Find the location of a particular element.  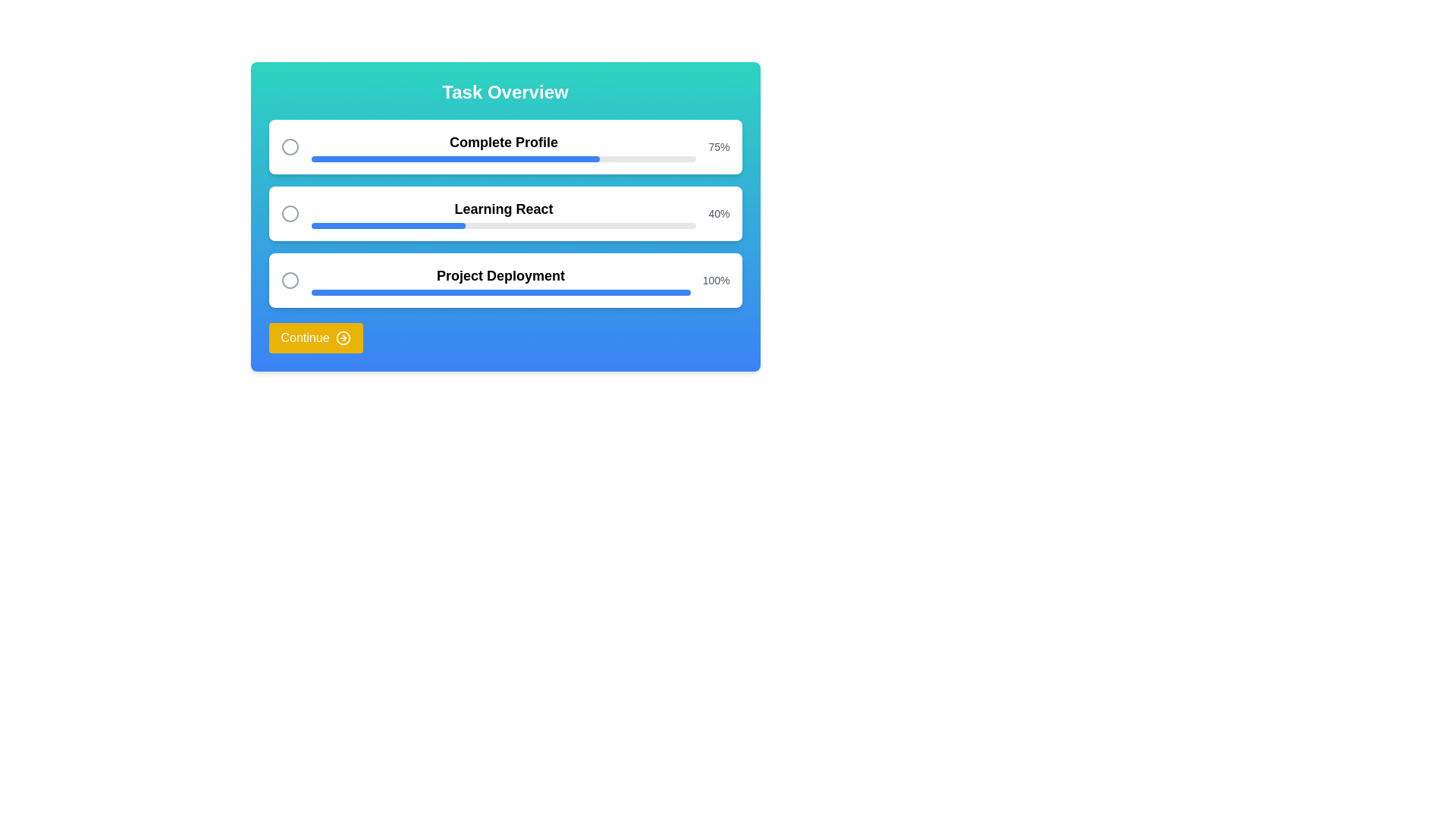

text content of the composite UI element displaying the task name 'Complete Profile' located in the first card of the progress cards is located at coordinates (504, 146).